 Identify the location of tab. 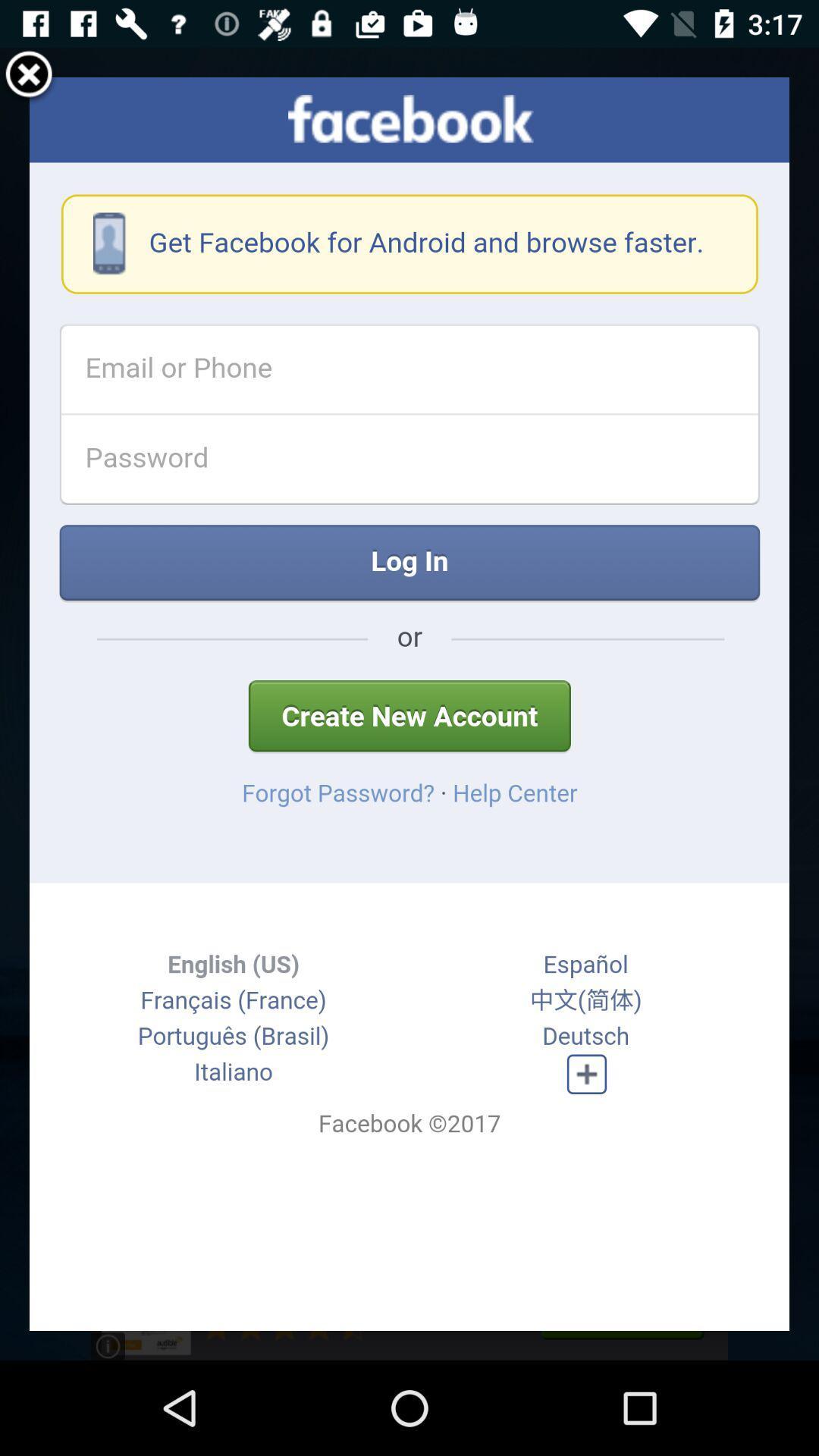
(29, 76).